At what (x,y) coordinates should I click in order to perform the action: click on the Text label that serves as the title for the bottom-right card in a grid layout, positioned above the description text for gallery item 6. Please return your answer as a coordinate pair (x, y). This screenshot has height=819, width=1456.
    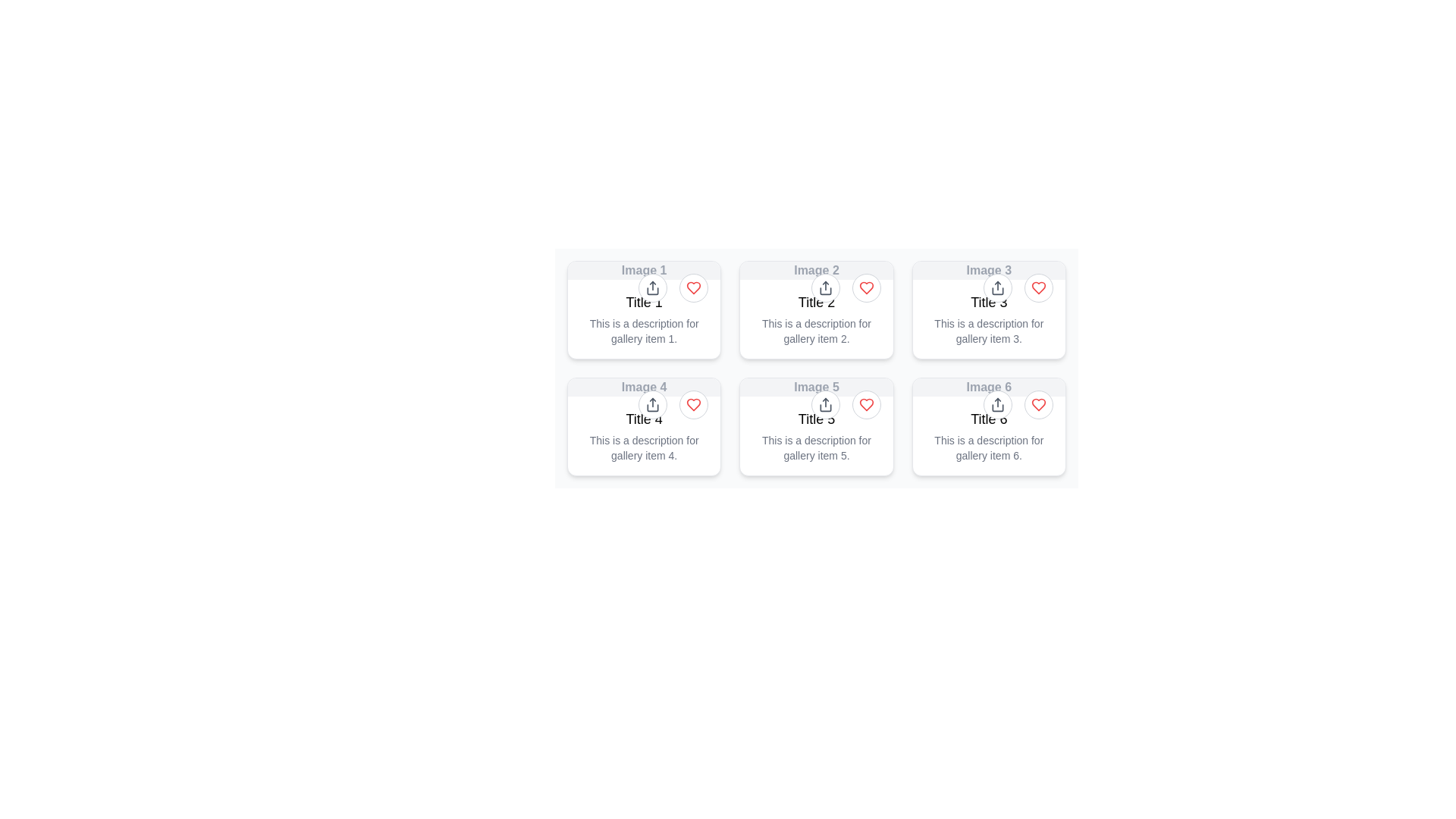
    Looking at the image, I should click on (989, 419).